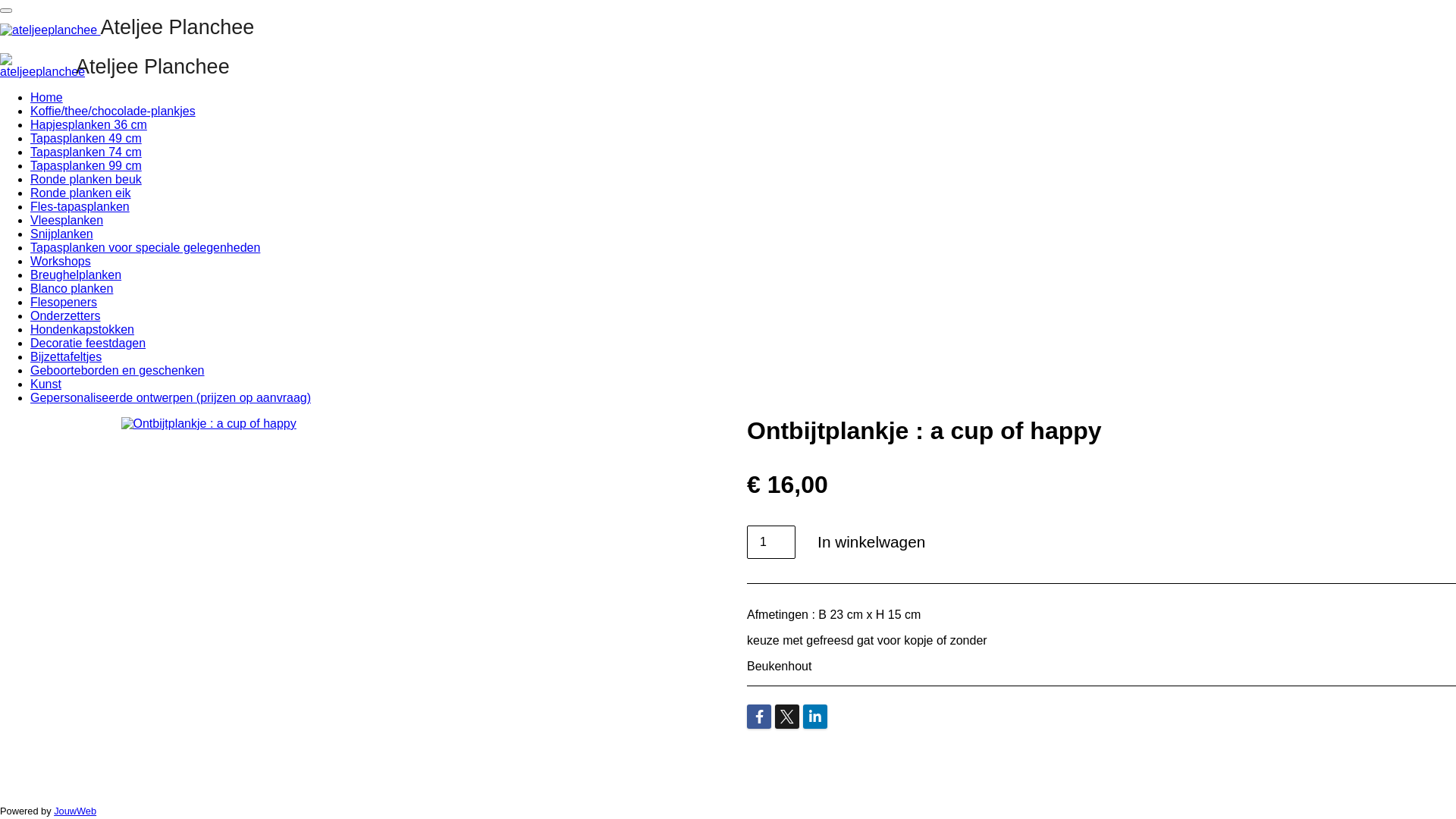 The image size is (1456, 819). Describe the element at coordinates (30, 288) in the screenshot. I see `'Blanco planken'` at that location.